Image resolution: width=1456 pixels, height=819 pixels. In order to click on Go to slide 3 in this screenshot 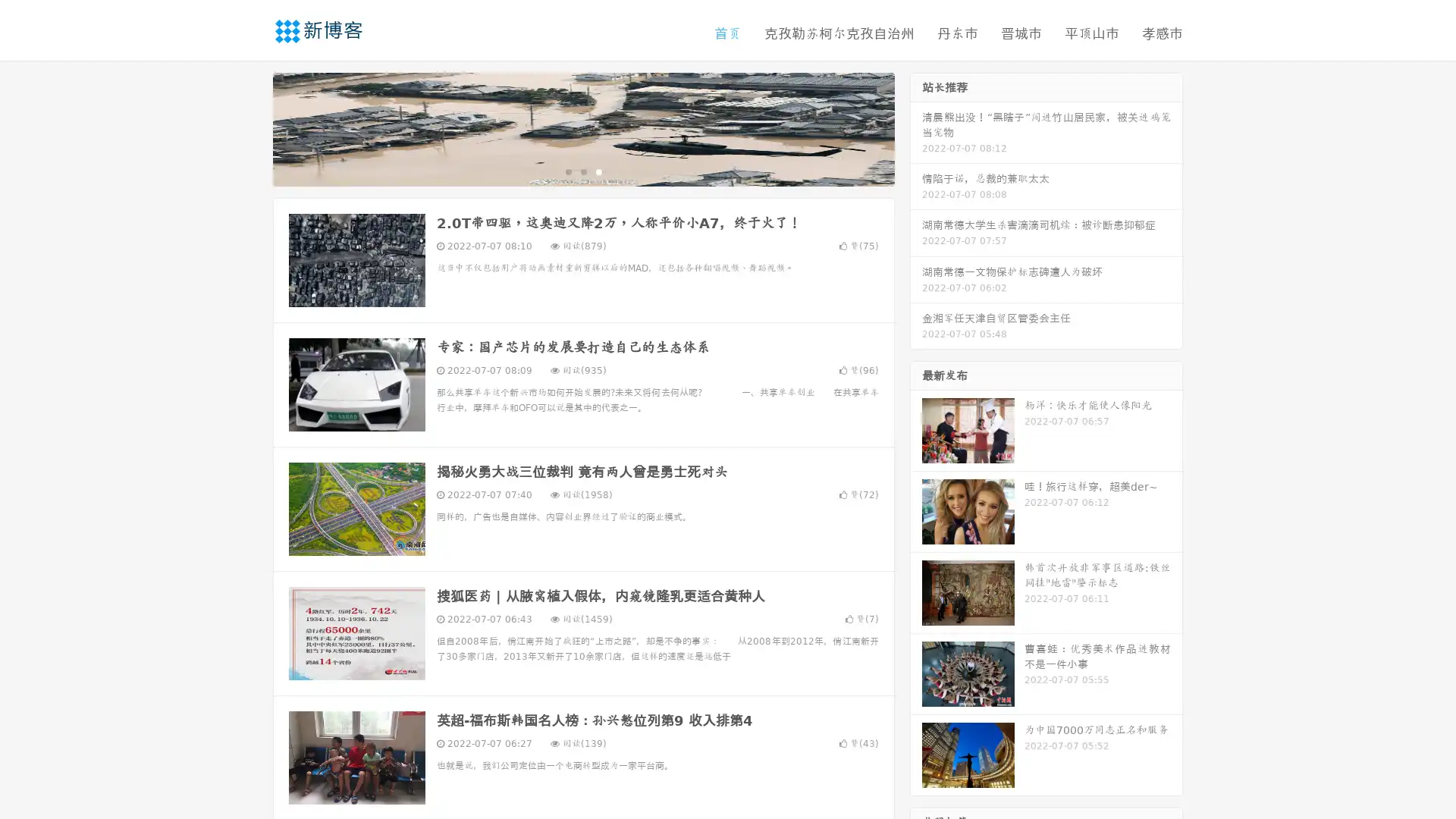, I will do `click(598, 171)`.